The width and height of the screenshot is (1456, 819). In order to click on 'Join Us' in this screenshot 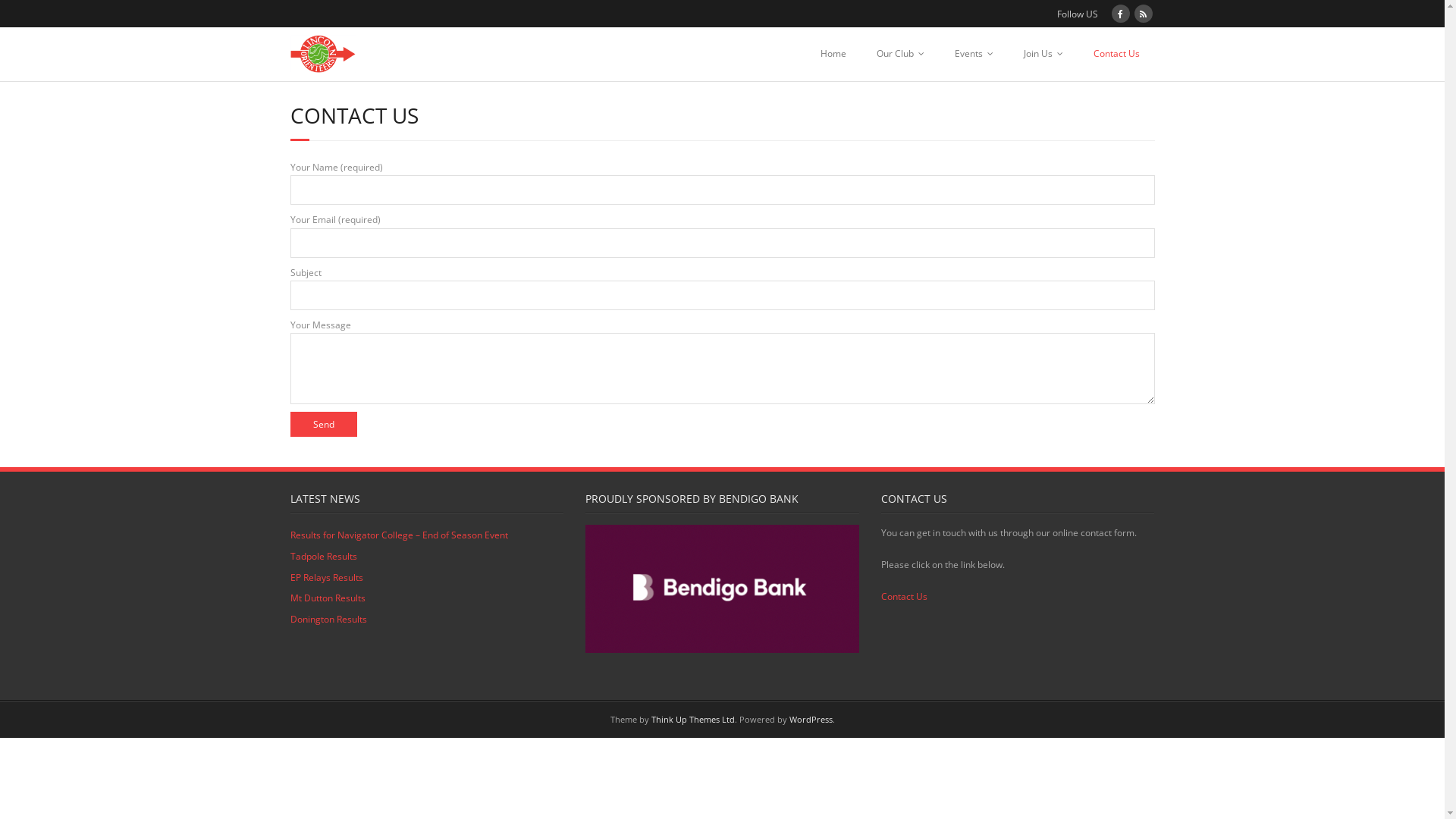, I will do `click(1043, 52)`.